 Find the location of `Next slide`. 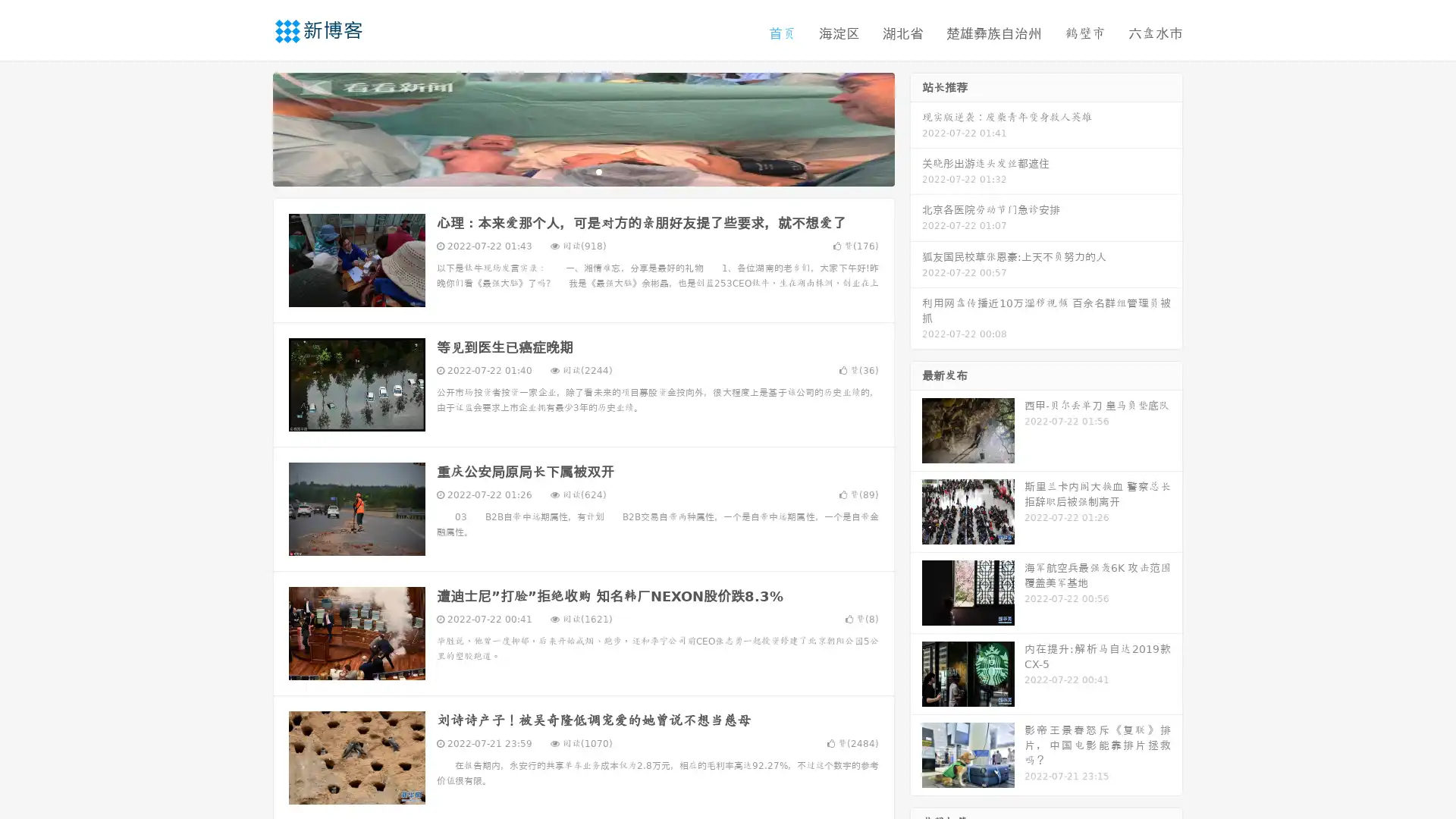

Next slide is located at coordinates (916, 127).